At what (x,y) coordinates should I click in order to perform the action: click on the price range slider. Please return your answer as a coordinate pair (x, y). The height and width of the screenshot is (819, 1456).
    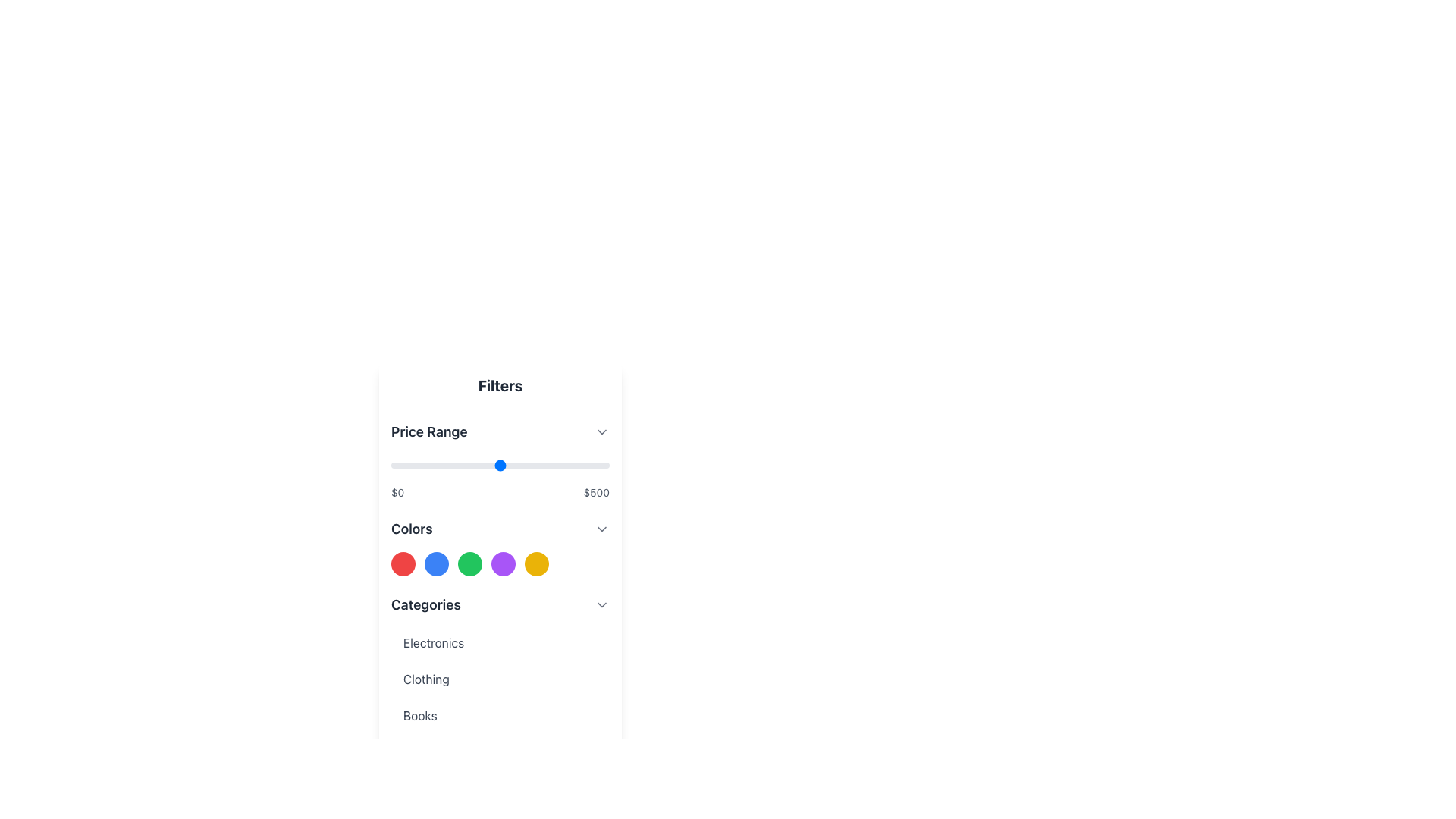
    Looking at the image, I should click on (492, 464).